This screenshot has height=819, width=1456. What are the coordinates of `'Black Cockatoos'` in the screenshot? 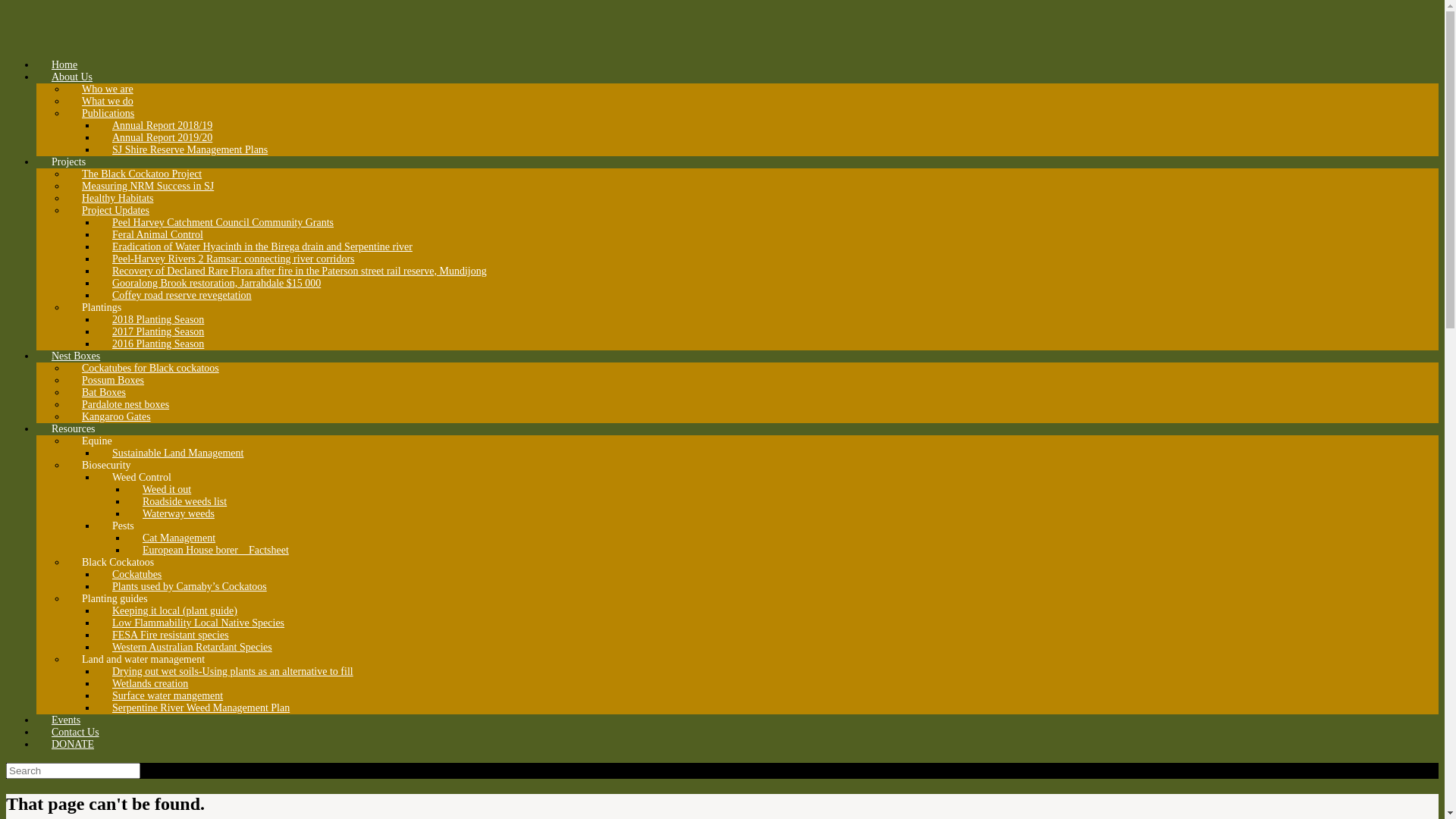 It's located at (65, 562).